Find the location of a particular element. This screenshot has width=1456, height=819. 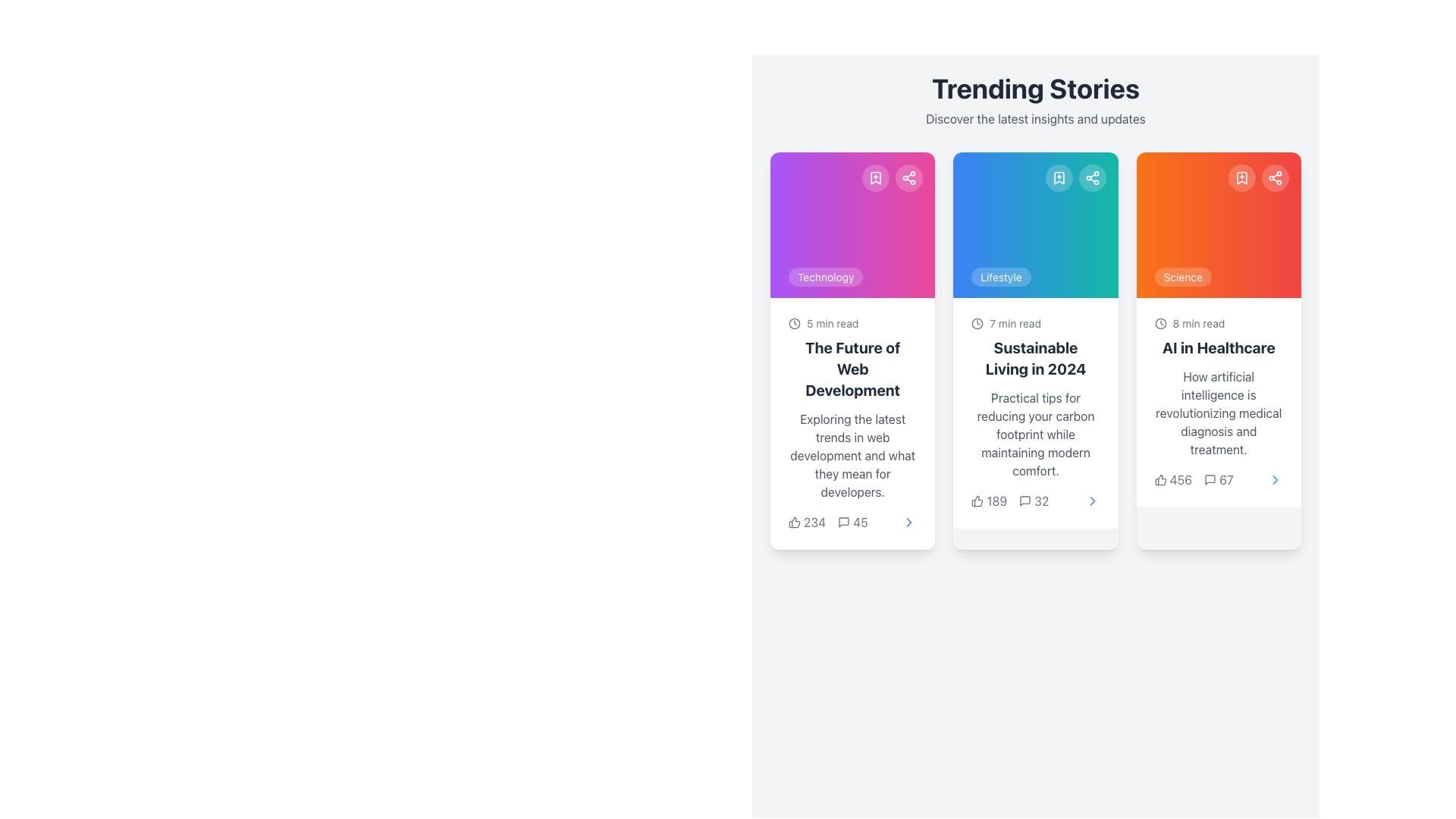

the static text displaying 'Discover the latest insights and updates', positioned underneath the heading 'Trending Stories' is located at coordinates (1035, 118).